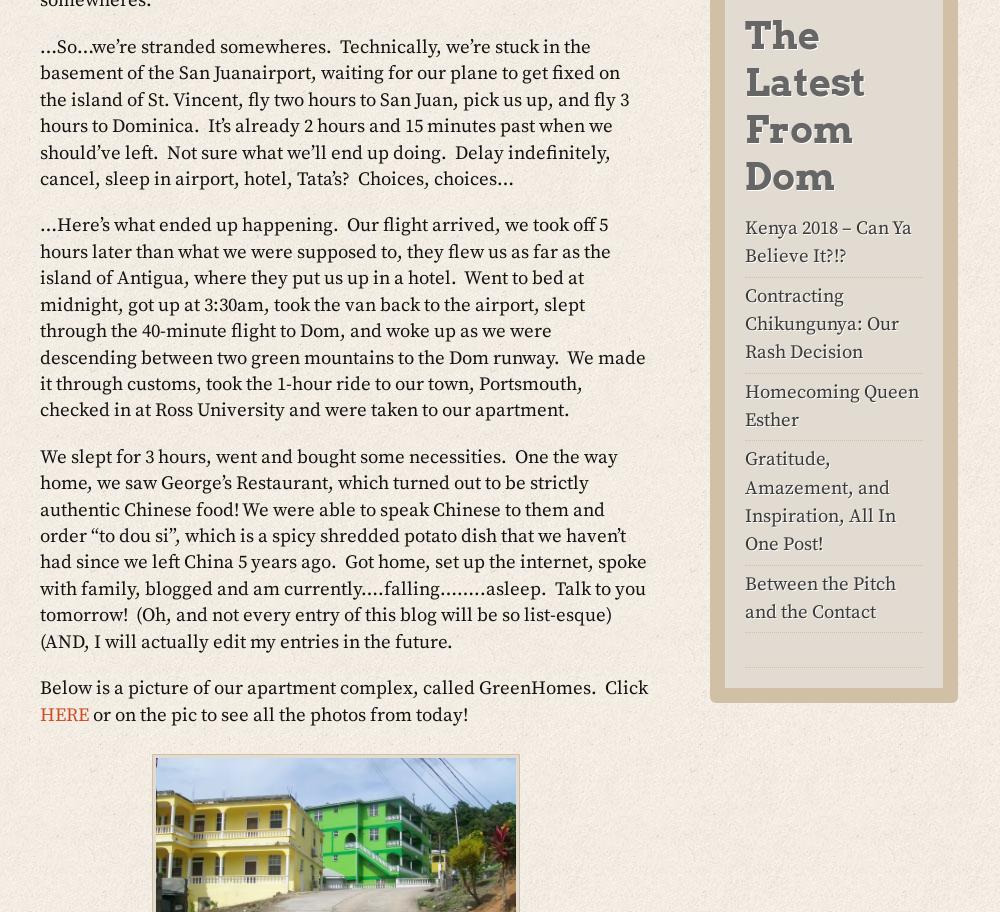 The image size is (1000, 912). I want to click on 'or on the pic to see all the photos from today!', so click(278, 714).